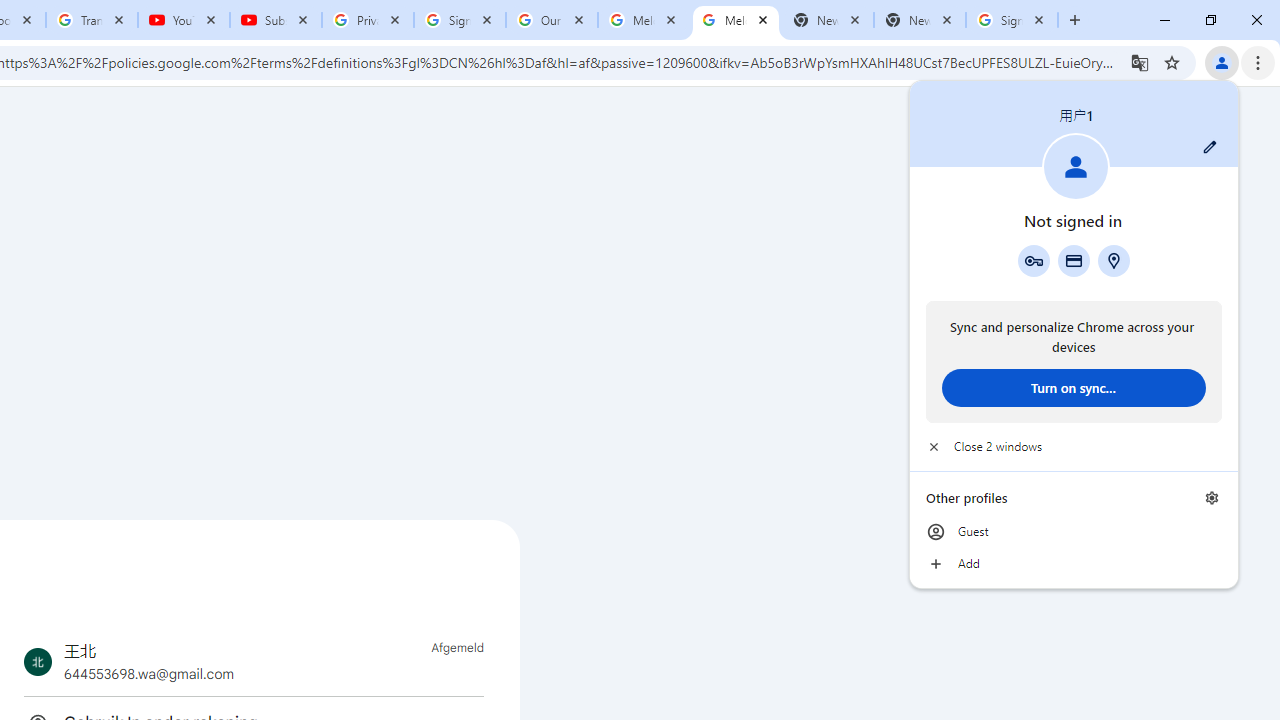  I want to click on 'Google Password Manager', so click(1033, 260).